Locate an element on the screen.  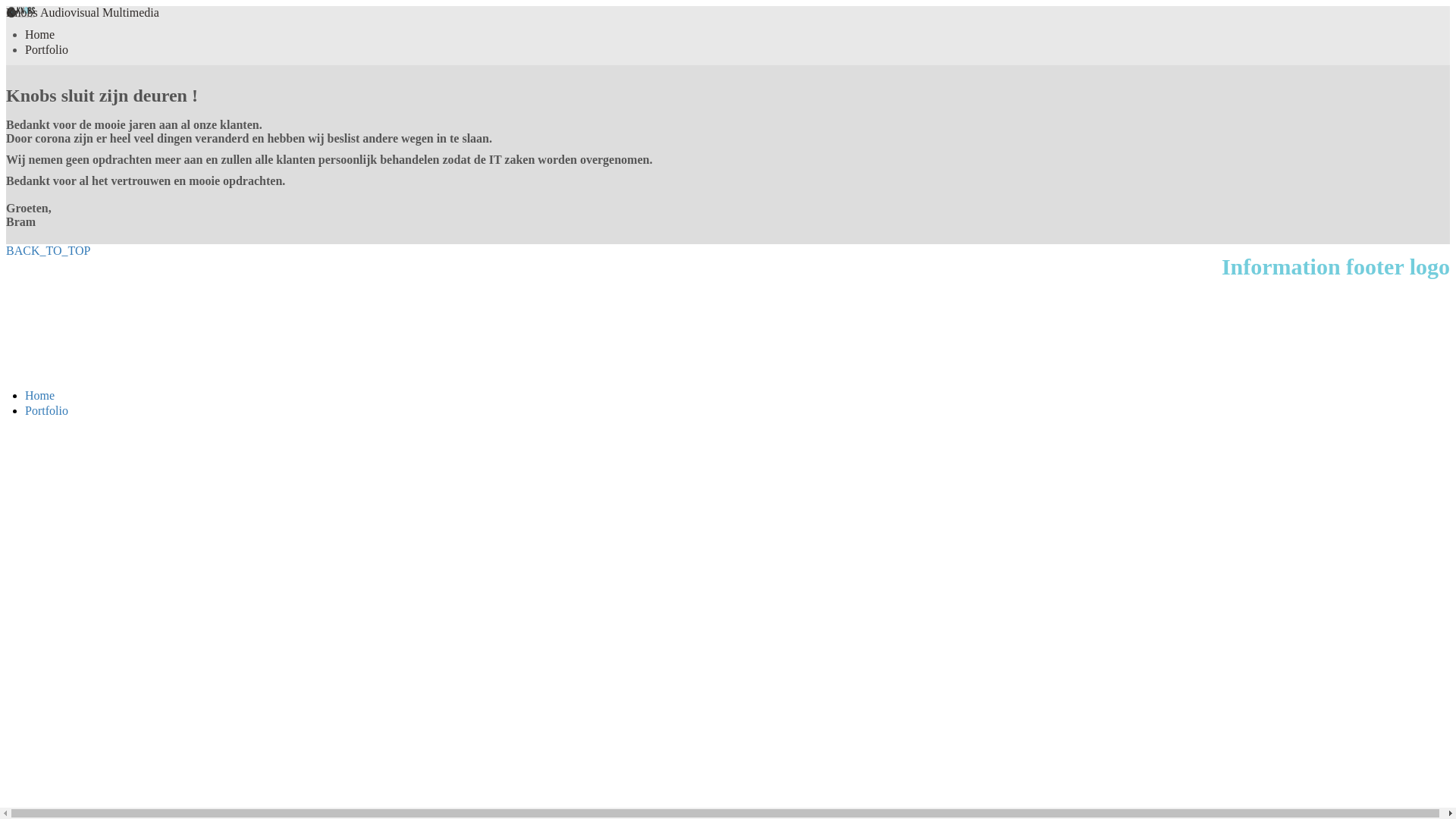
'Home' is located at coordinates (39, 34).